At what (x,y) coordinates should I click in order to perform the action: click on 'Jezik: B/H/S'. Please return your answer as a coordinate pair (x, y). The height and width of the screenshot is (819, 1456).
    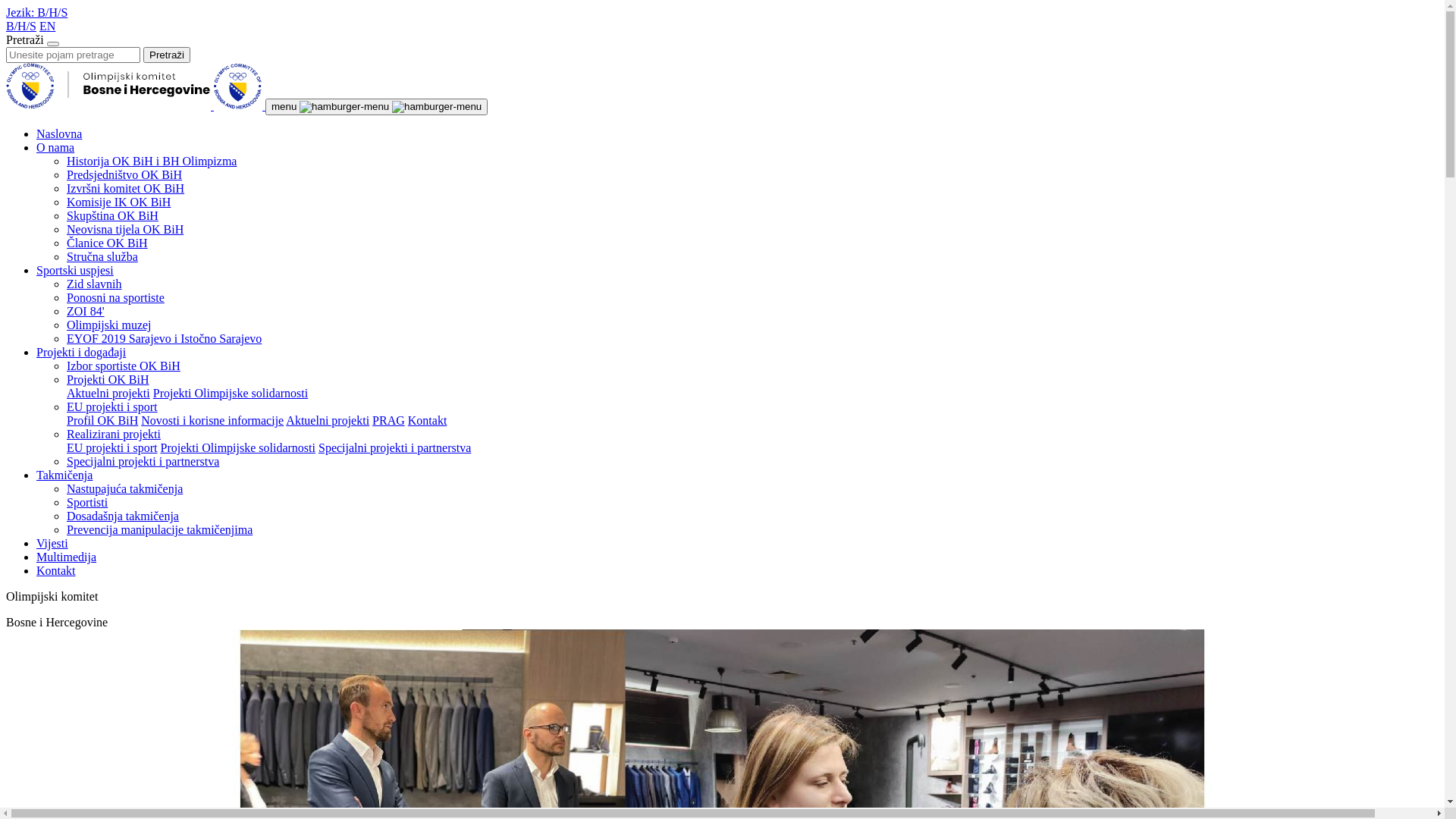
    Looking at the image, I should click on (36, 12).